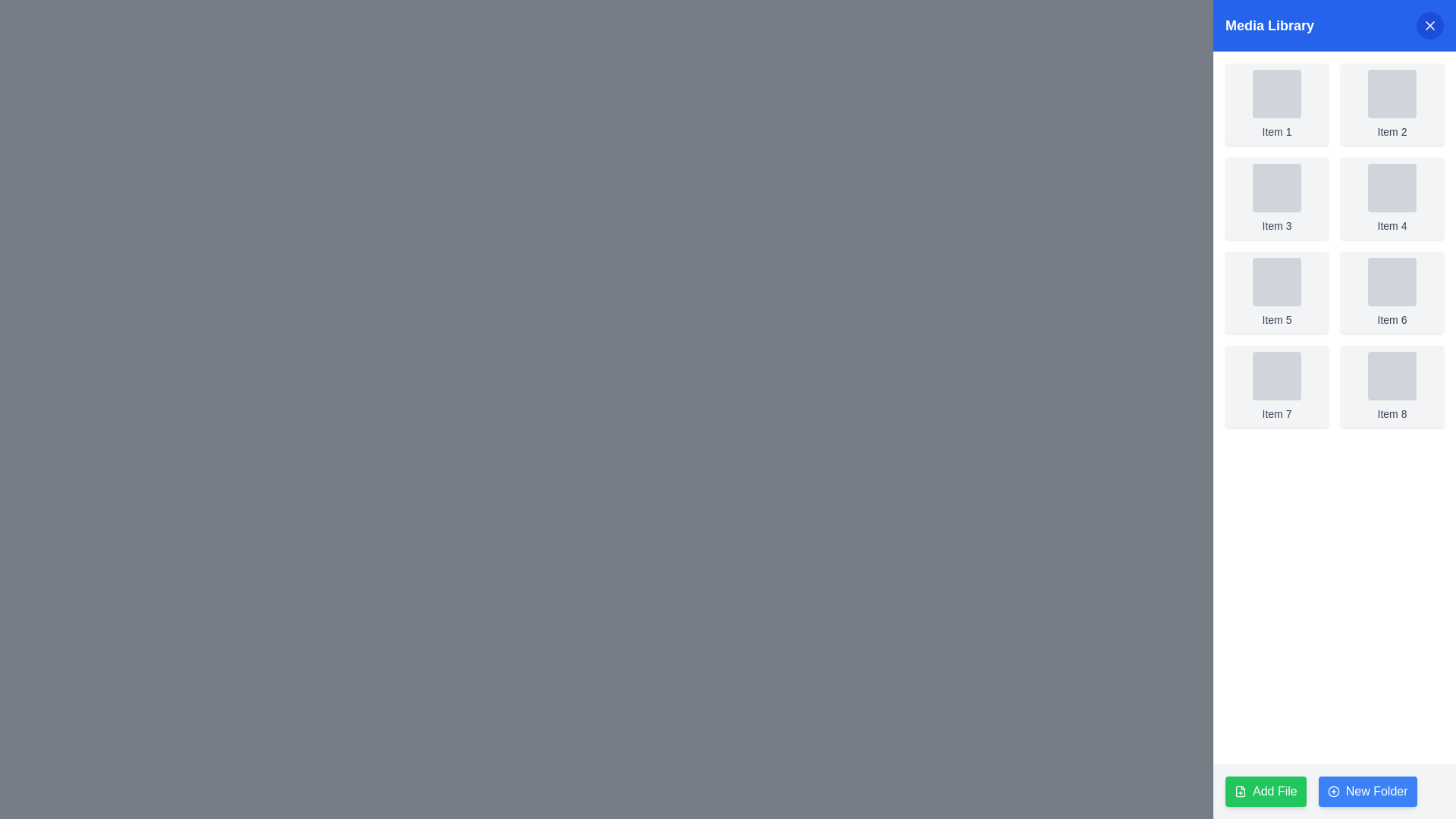  I want to click on the close button located at the top-right corner of the 'Media Library' header, so click(1429, 26).